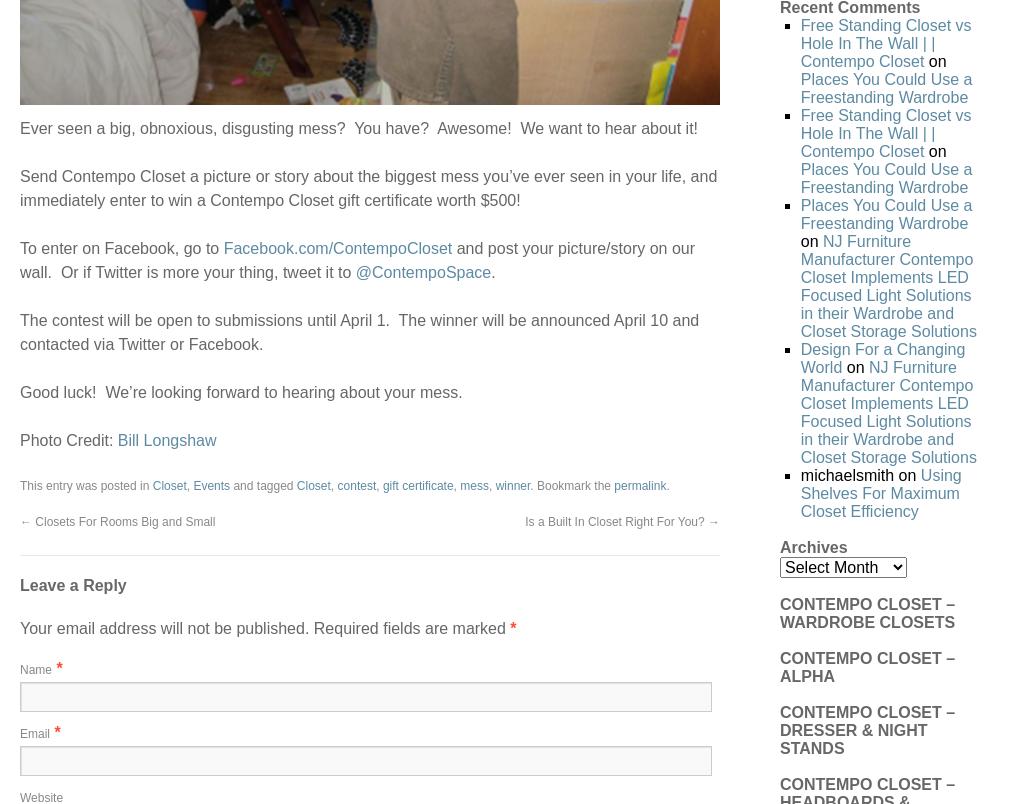 The image size is (1020, 804). What do you see at coordinates (241, 390) in the screenshot?
I see `'Good luck!  We’re looking forward to hearing about your mess.'` at bounding box center [241, 390].